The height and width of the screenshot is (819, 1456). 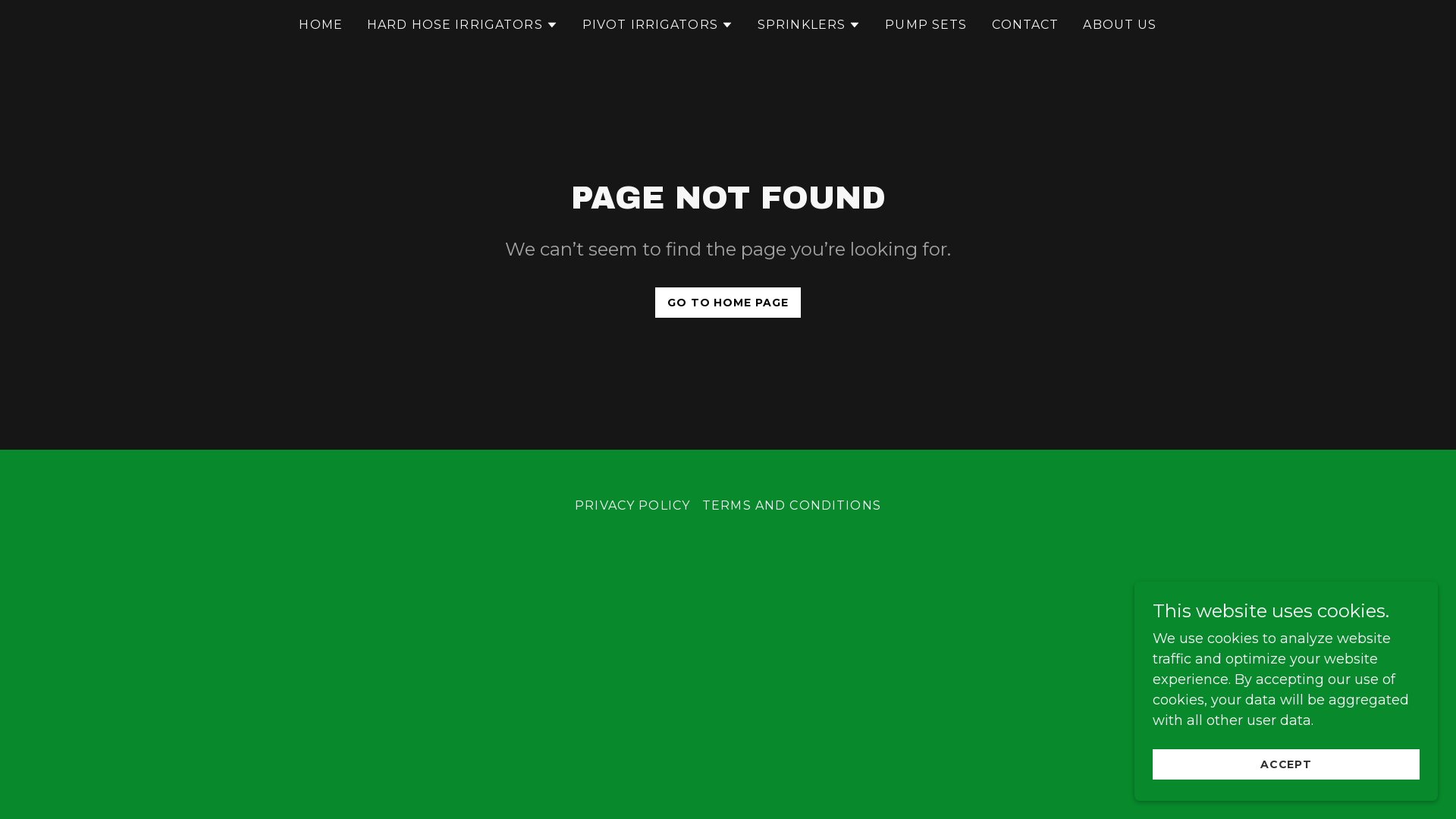 What do you see at coordinates (924, 25) in the screenshot?
I see `'PUMP SETS'` at bounding box center [924, 25].